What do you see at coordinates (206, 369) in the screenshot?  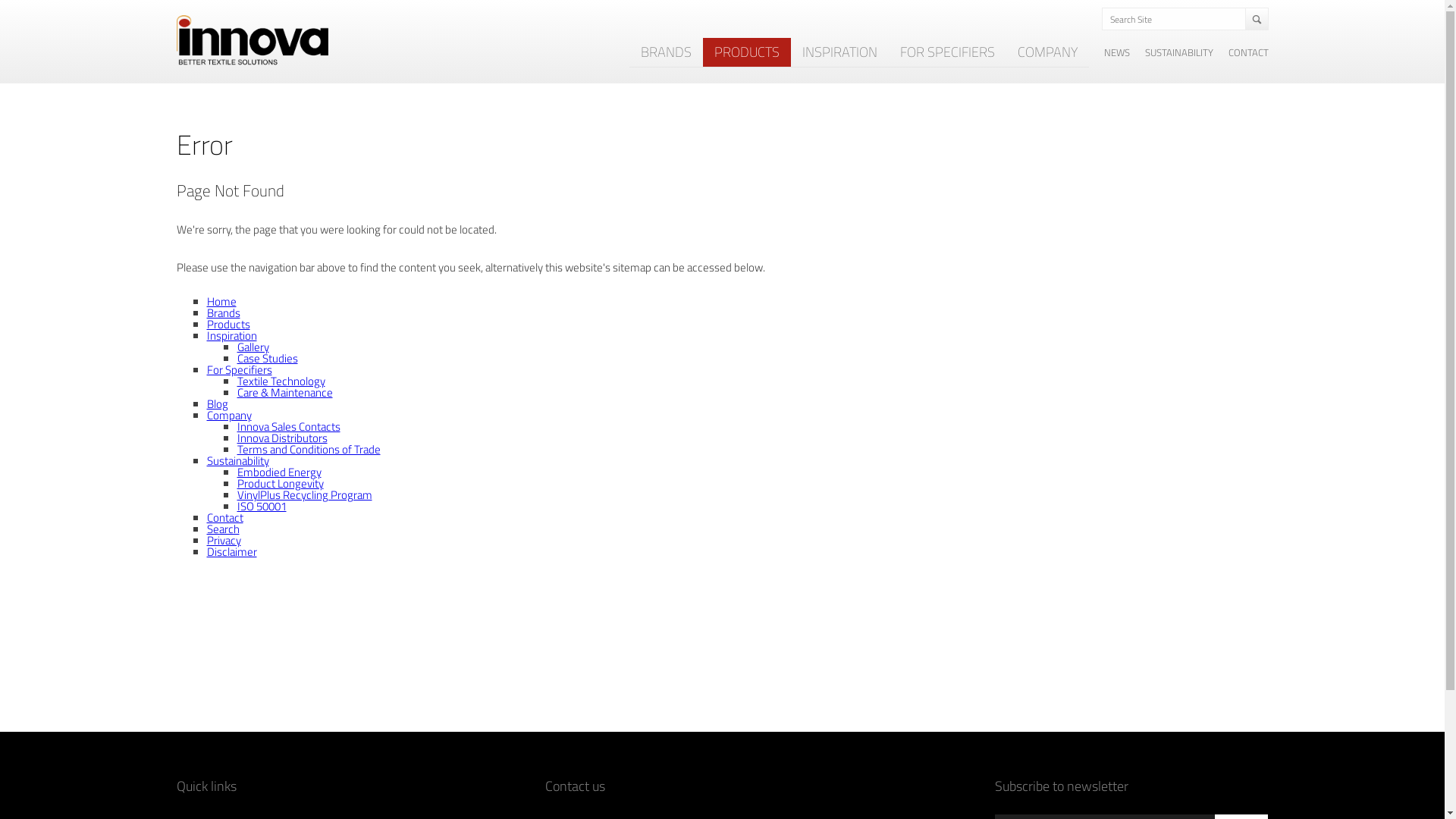 I see `'For Specifiers'` at bounding box center [206, 369].